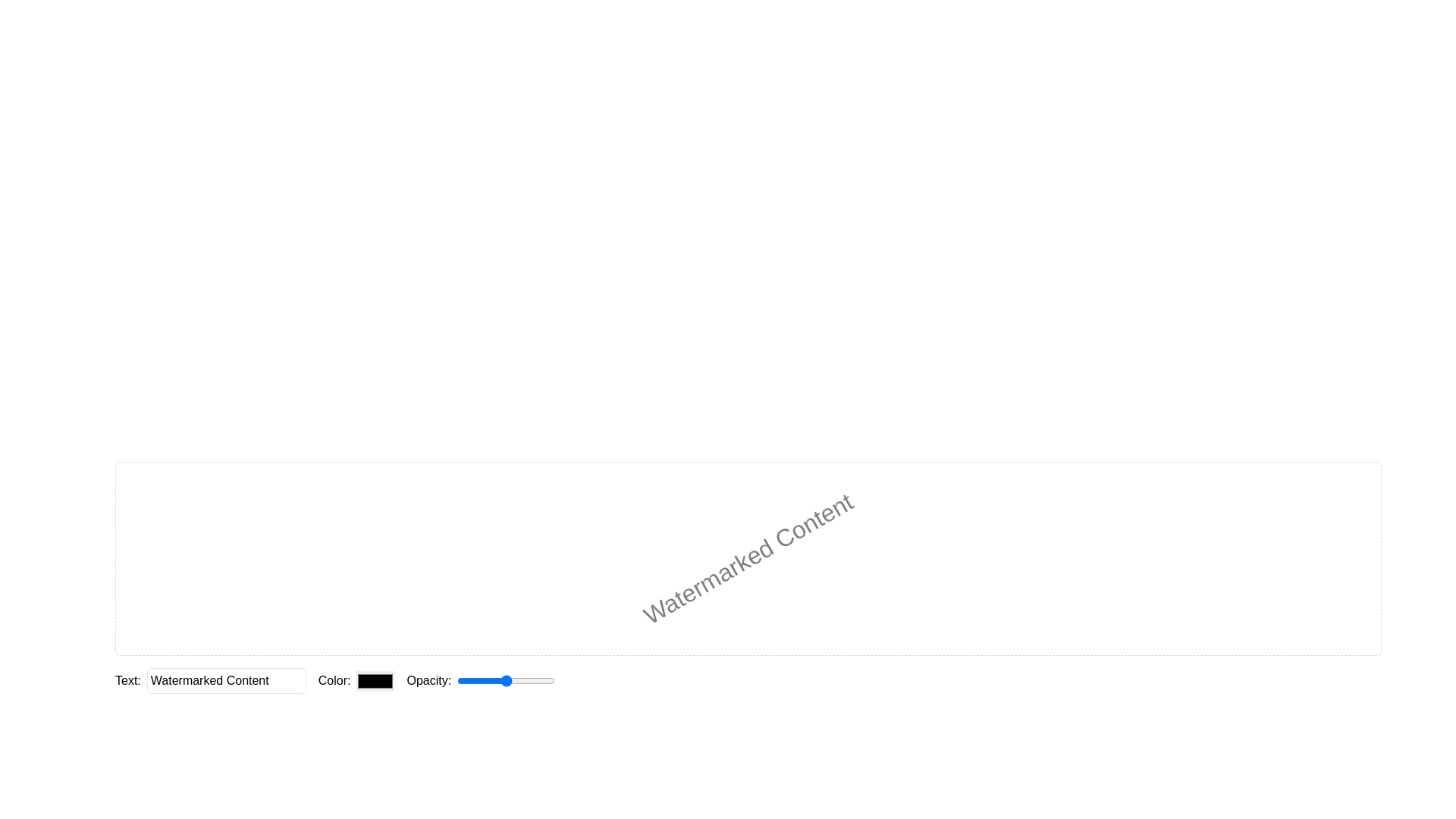 The image size is (1456, 819). Describe the element at coordinates (522, 680) in the screenshot. I see `the opacity value` at that location.